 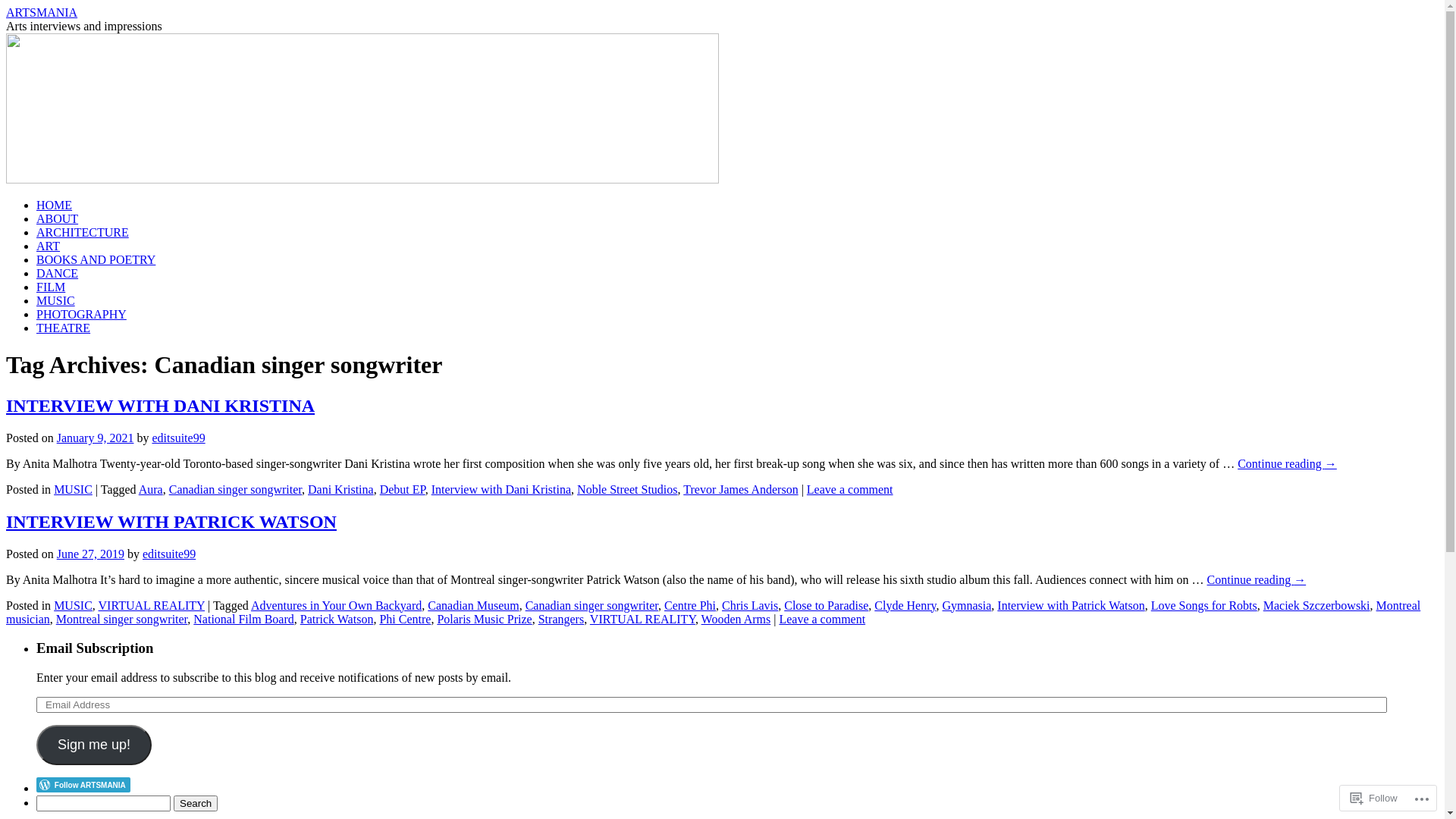 I want to click on 'Close to Paradise', so click(x=825, y=604).